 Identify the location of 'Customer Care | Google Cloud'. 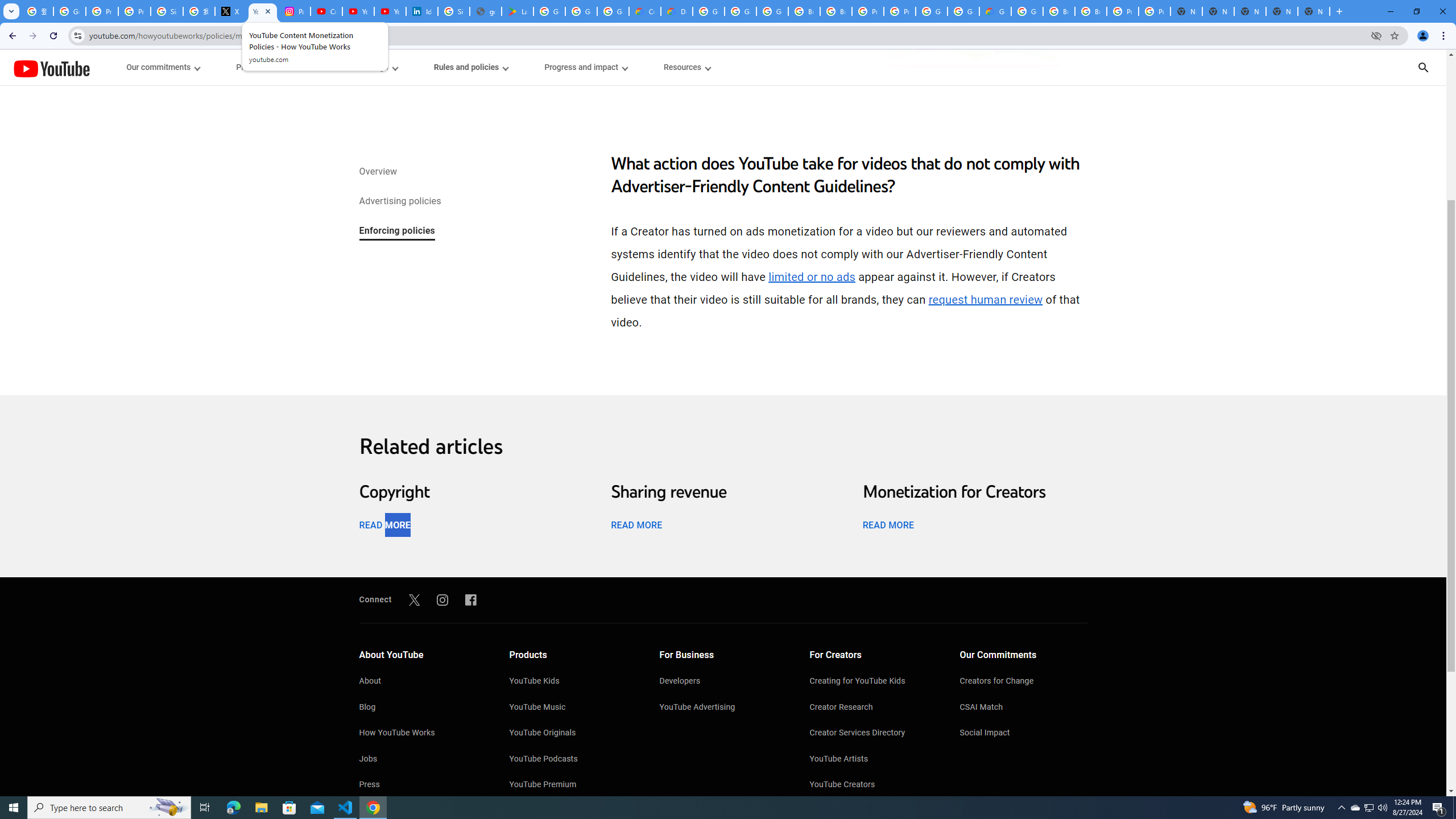
(644, 11).